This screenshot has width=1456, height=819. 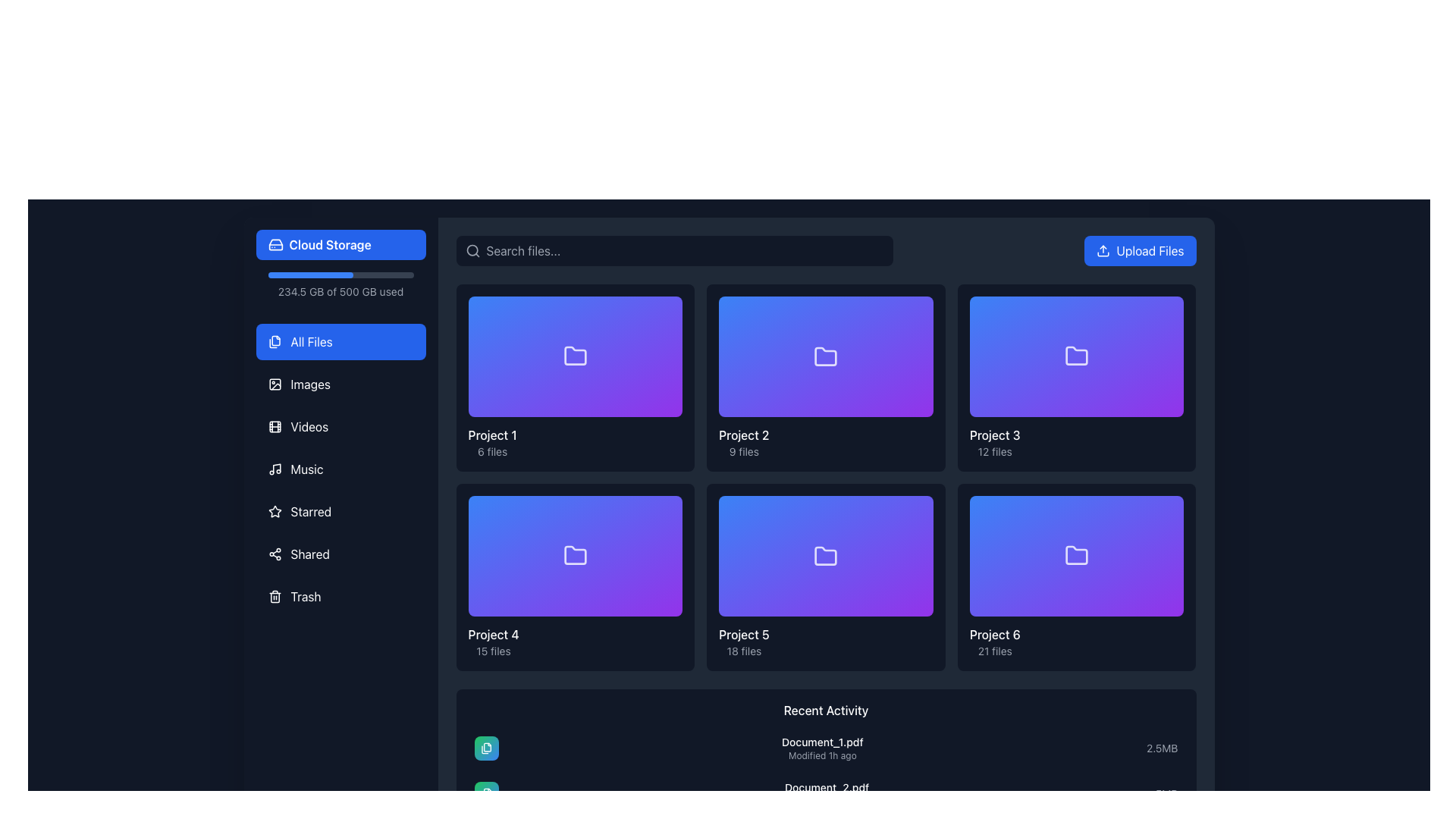 What do you see at coordinates (995, 442) in the screenshot?
I see `the text label pair for 'Project 3' located in the rightmost column of the second row in the grid layout` at bounding box center [995, 442].